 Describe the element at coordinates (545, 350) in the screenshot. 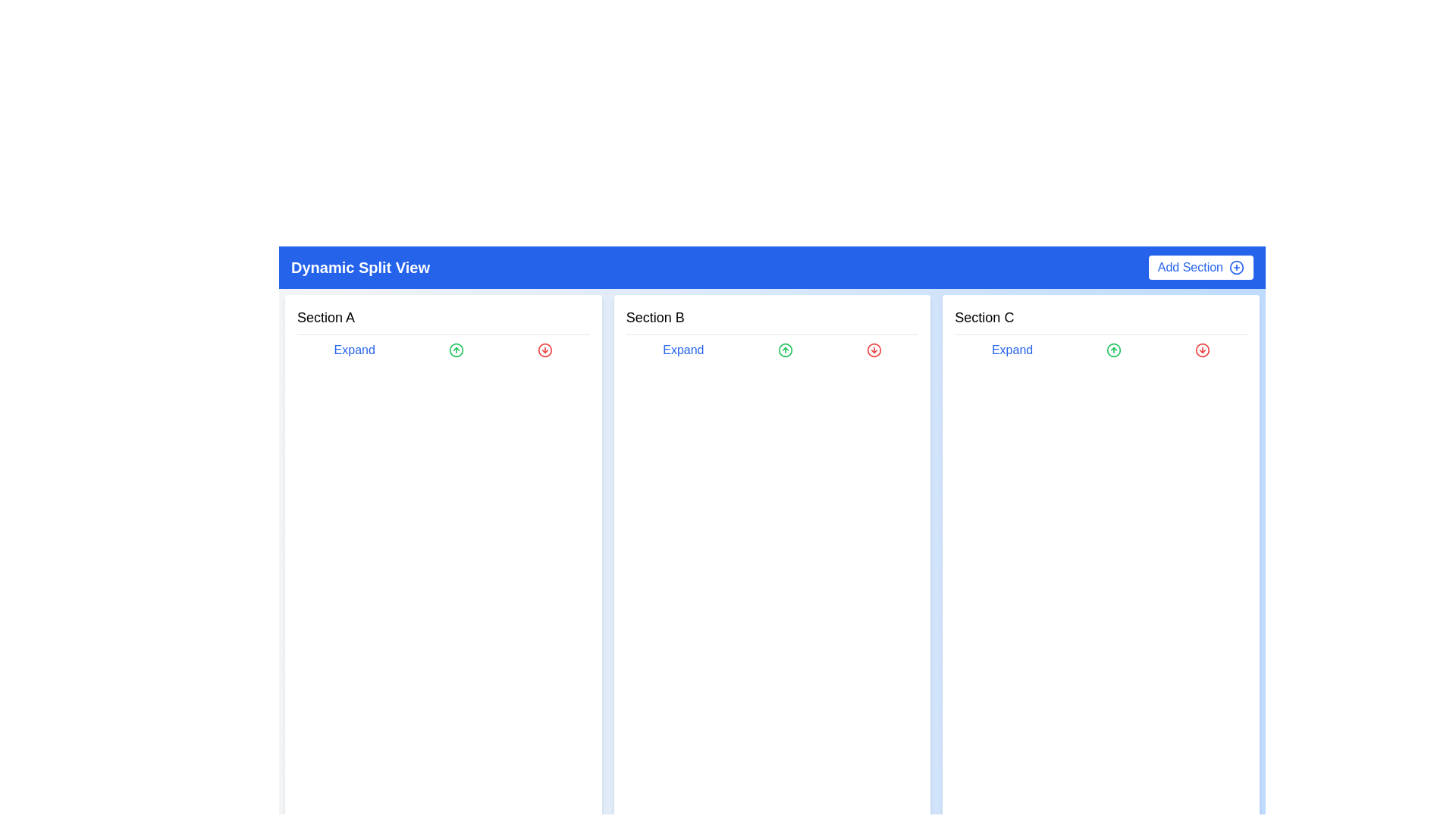

I see `the rightmost downward navigation icon located in the top-right part of the 'Section A' panel under the 'Dynamic Split View' header` at that location.